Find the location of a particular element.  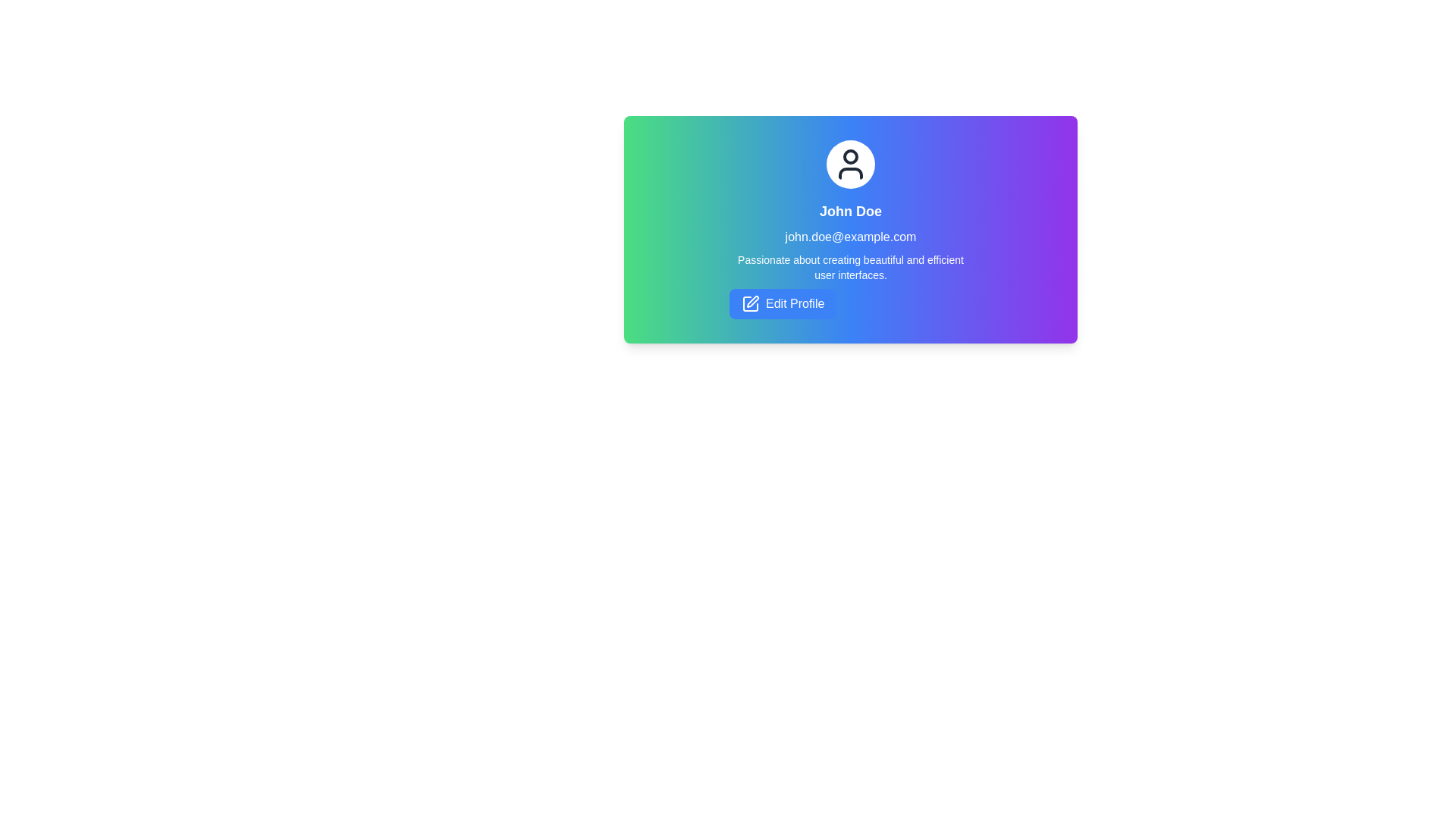

the editing icon associated with the 'Edit Profile' button located at the bottom center of the user information card is located at coordinates (750, 304).